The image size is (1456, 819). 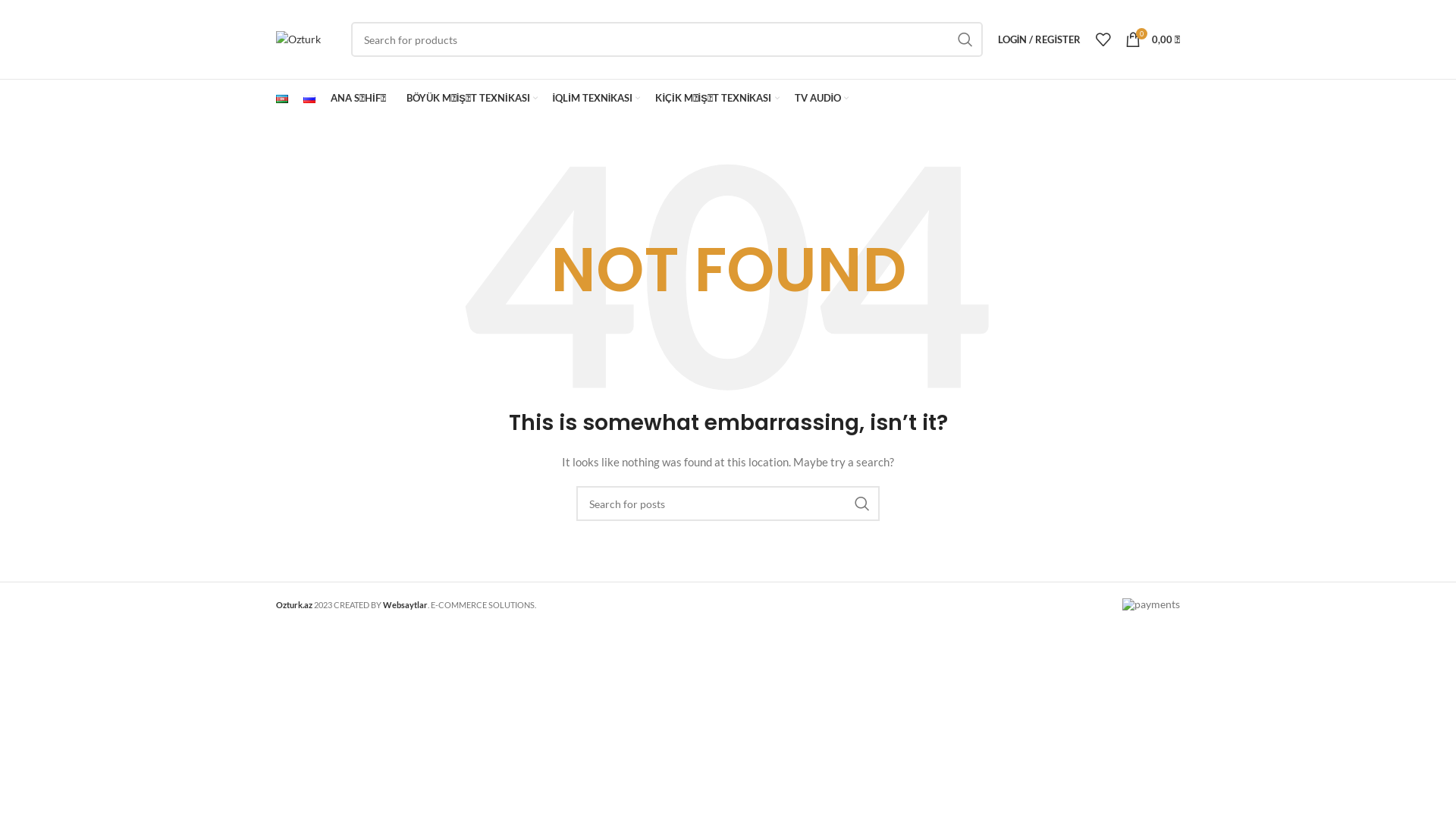 What do you see at coordinates (405, 604) in the screenshot?
I see `'Websaytlar'` at bounding box center [405, 604].